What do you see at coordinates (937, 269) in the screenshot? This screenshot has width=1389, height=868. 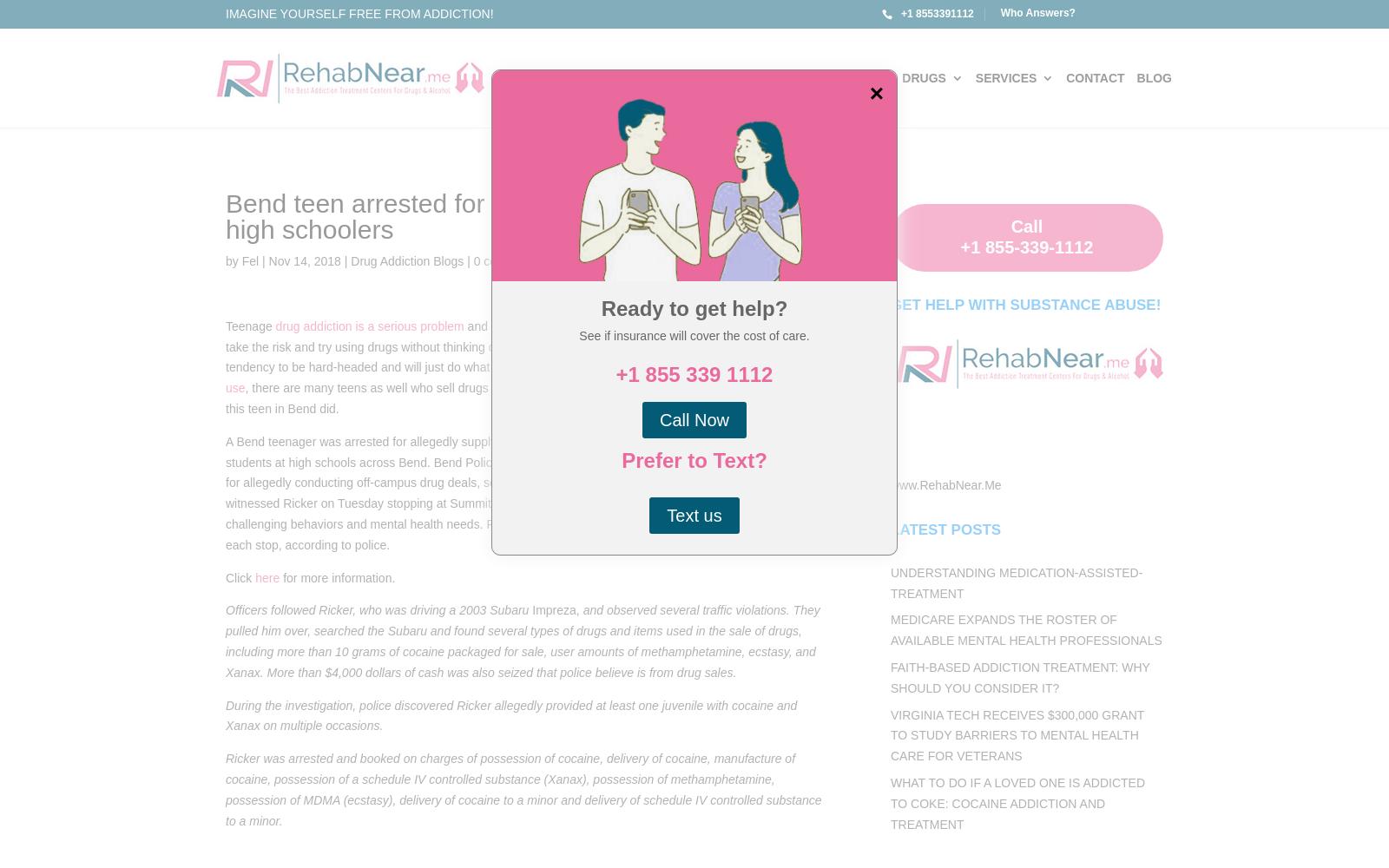 I see `'60 Day Drug Rehabs'` at bounding box center [937, 269].